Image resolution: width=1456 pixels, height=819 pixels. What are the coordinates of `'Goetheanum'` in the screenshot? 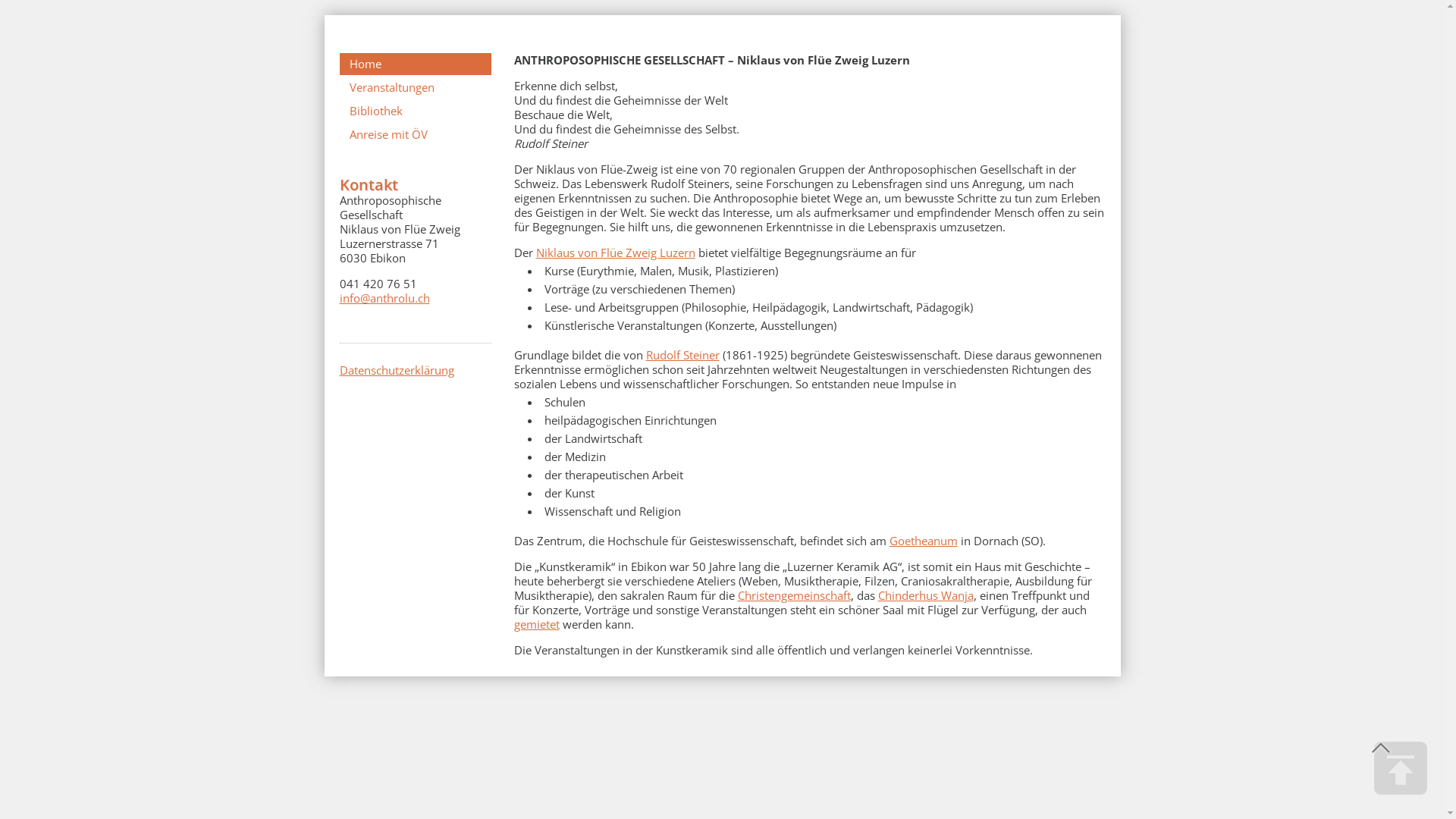 It's located at (888, 540).